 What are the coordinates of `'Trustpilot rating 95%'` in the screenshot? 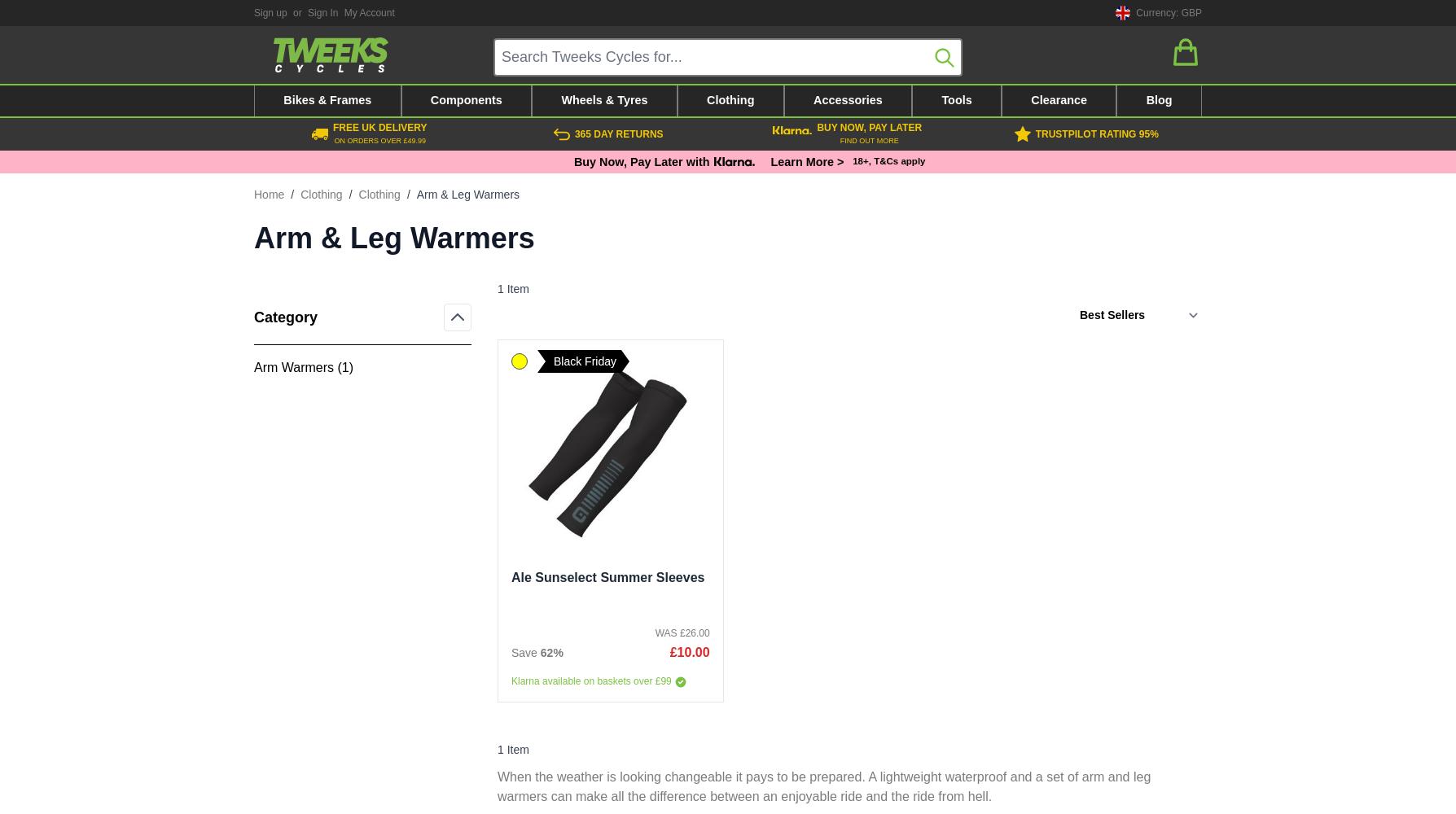 It's located at (1096, 133).